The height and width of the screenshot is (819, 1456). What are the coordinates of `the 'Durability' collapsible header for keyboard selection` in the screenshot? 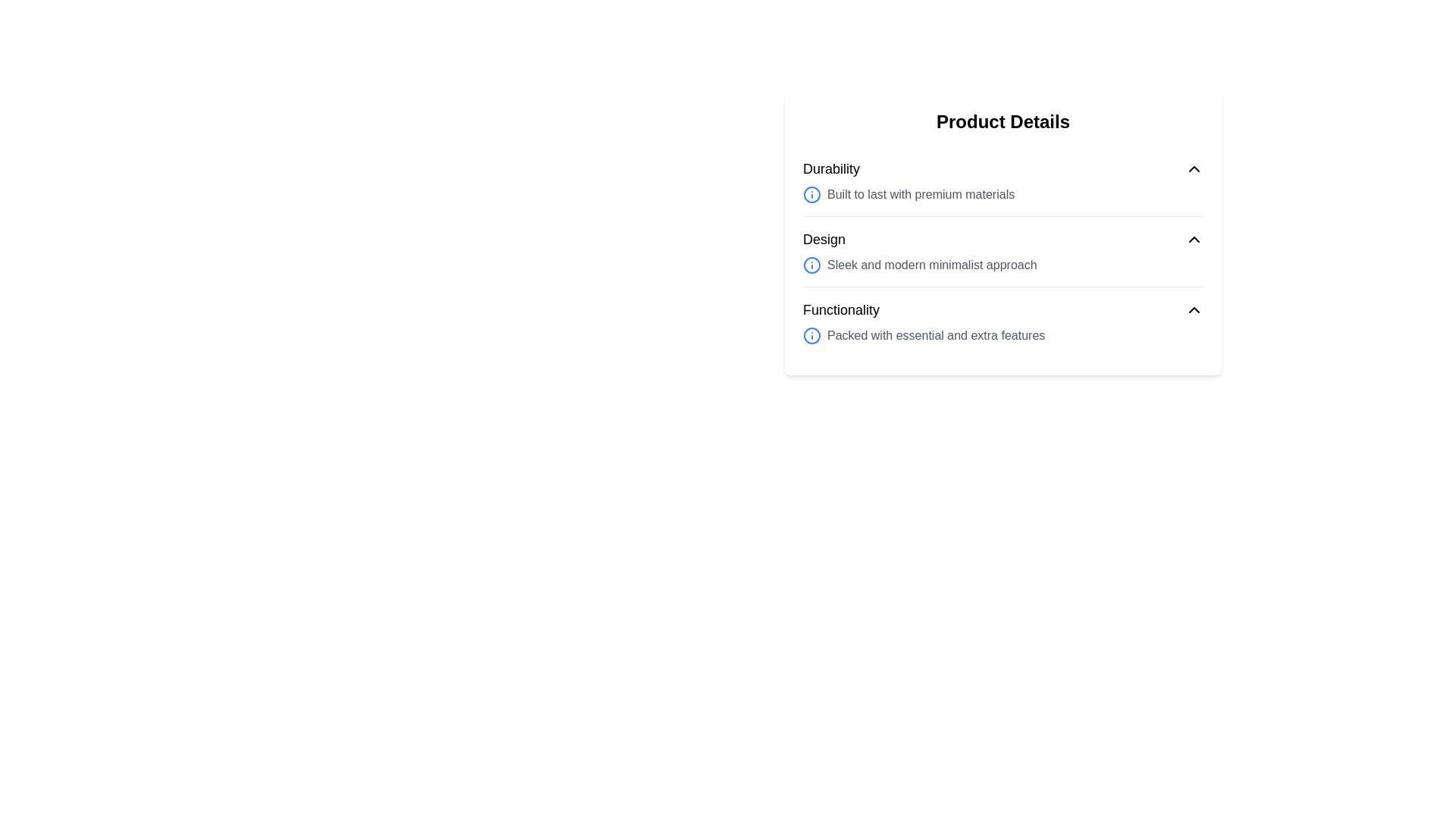 It's located at (1003, 169).